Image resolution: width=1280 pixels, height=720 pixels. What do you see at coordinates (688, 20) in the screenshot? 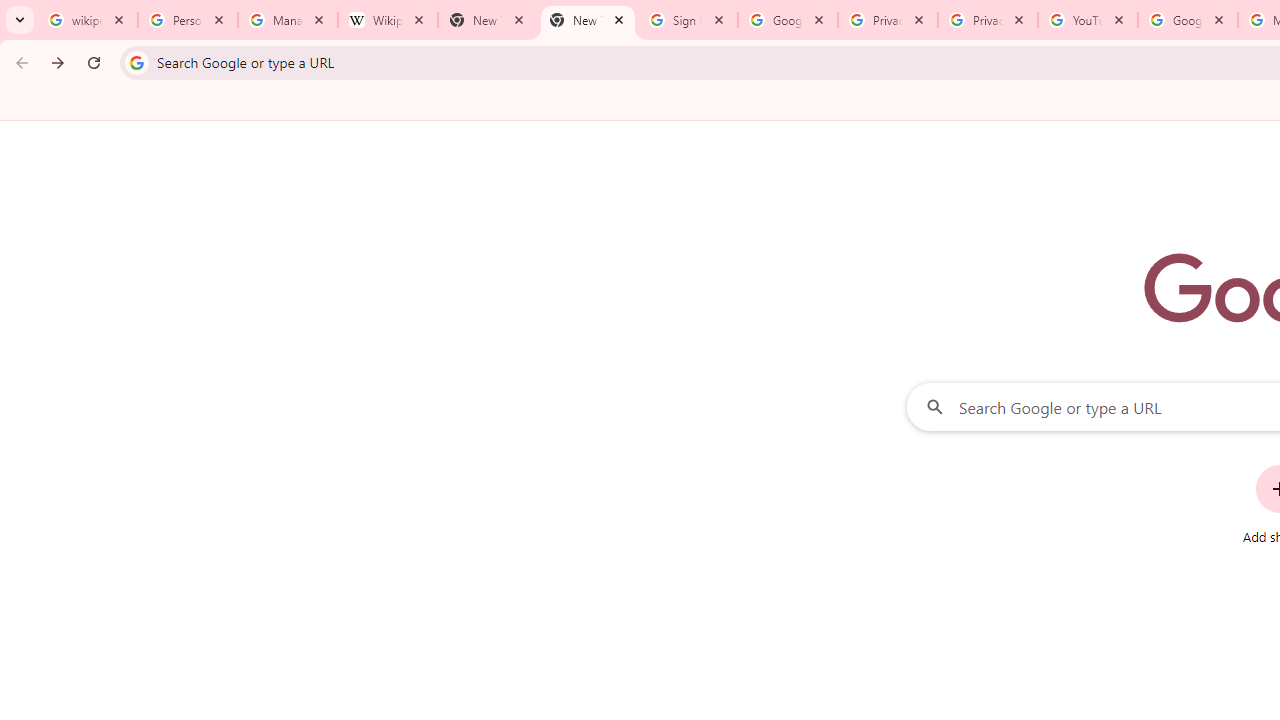
I see `'Sign in - Google Accounts'` at bounding box center [688, 20].